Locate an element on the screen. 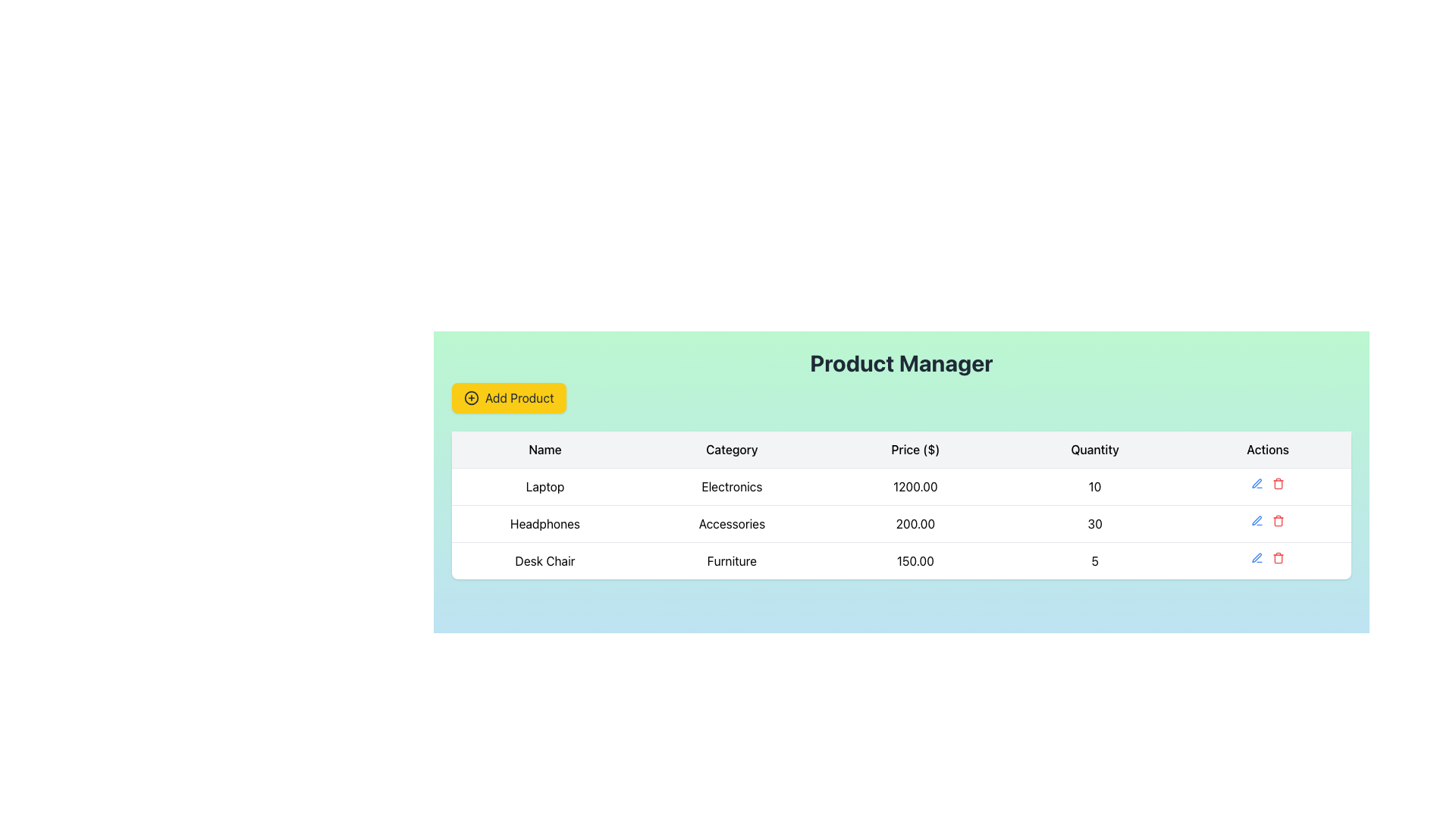 The width and height of the screenshot is (1456, 819). the 'Add Product' button, which is a vibrant yellow button with rounded edges and a bold dark gray label, to receive additional visual feedback is located at coordinates (509, 397).